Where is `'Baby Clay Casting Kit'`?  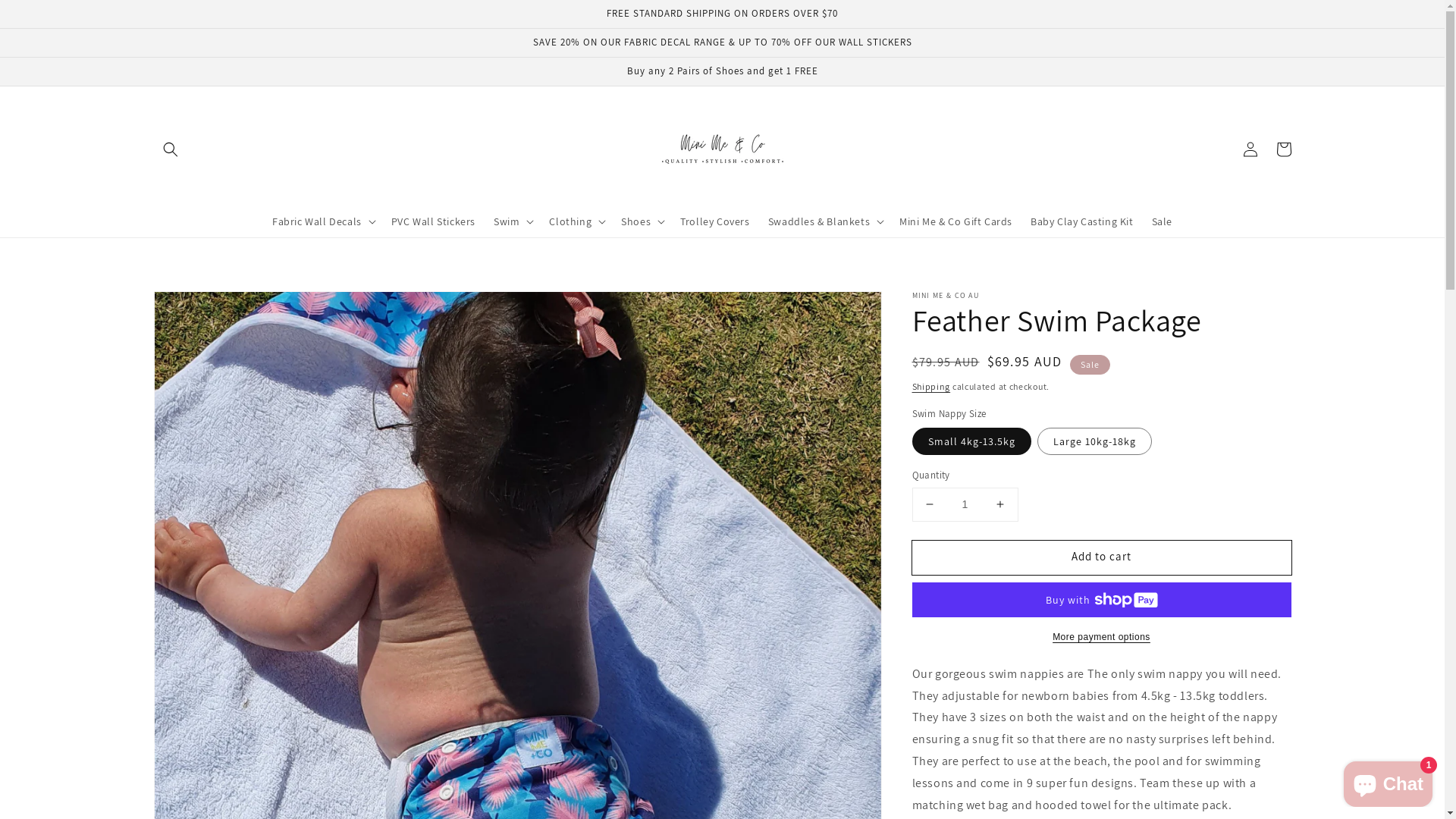 'Baby Clay Casting Kit' is located at coordinates (1081, 221).